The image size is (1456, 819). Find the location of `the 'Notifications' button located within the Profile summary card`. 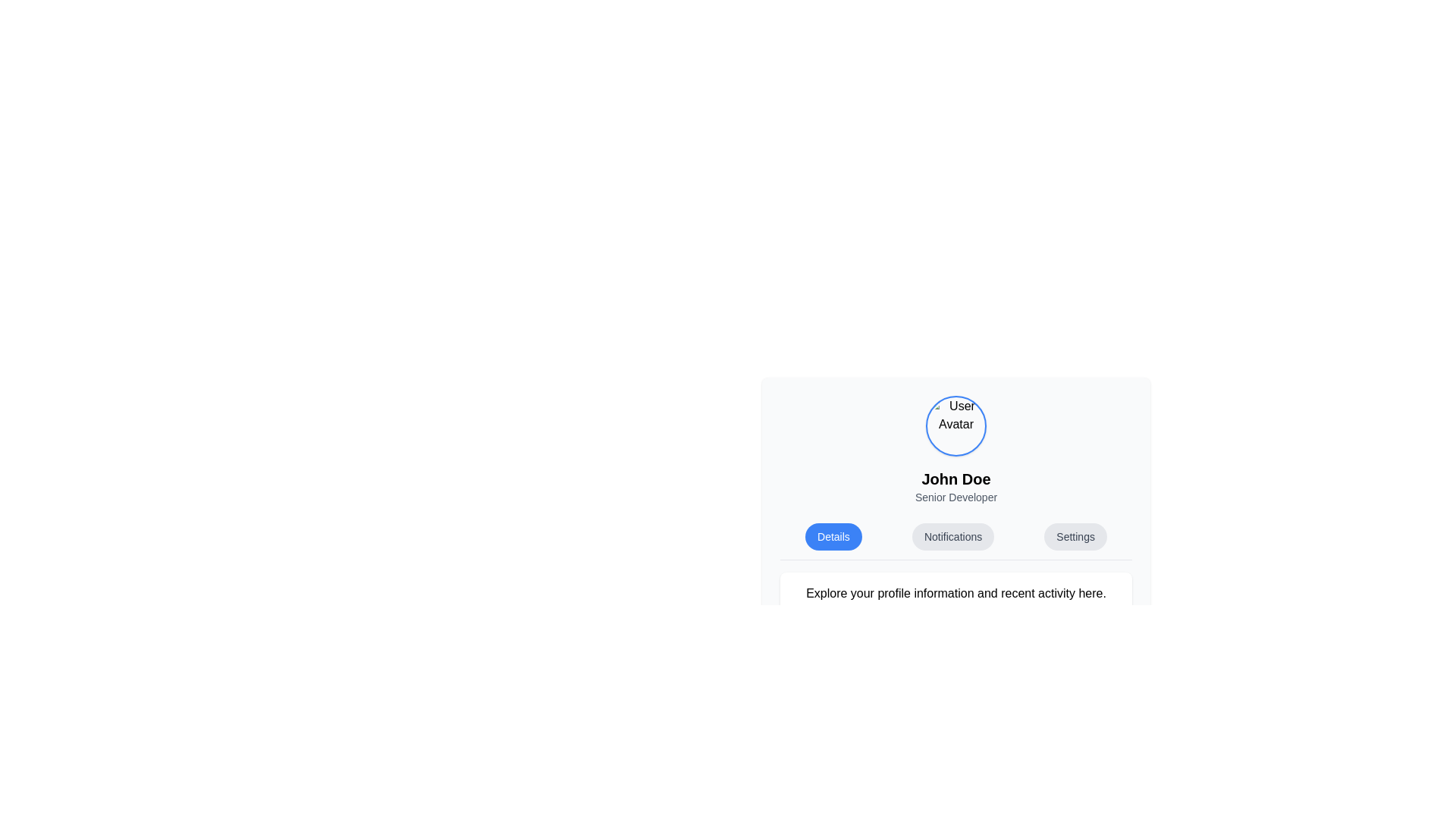

the 'Notifications' button located within the Profile summary card is located at coordinates (955, 505).